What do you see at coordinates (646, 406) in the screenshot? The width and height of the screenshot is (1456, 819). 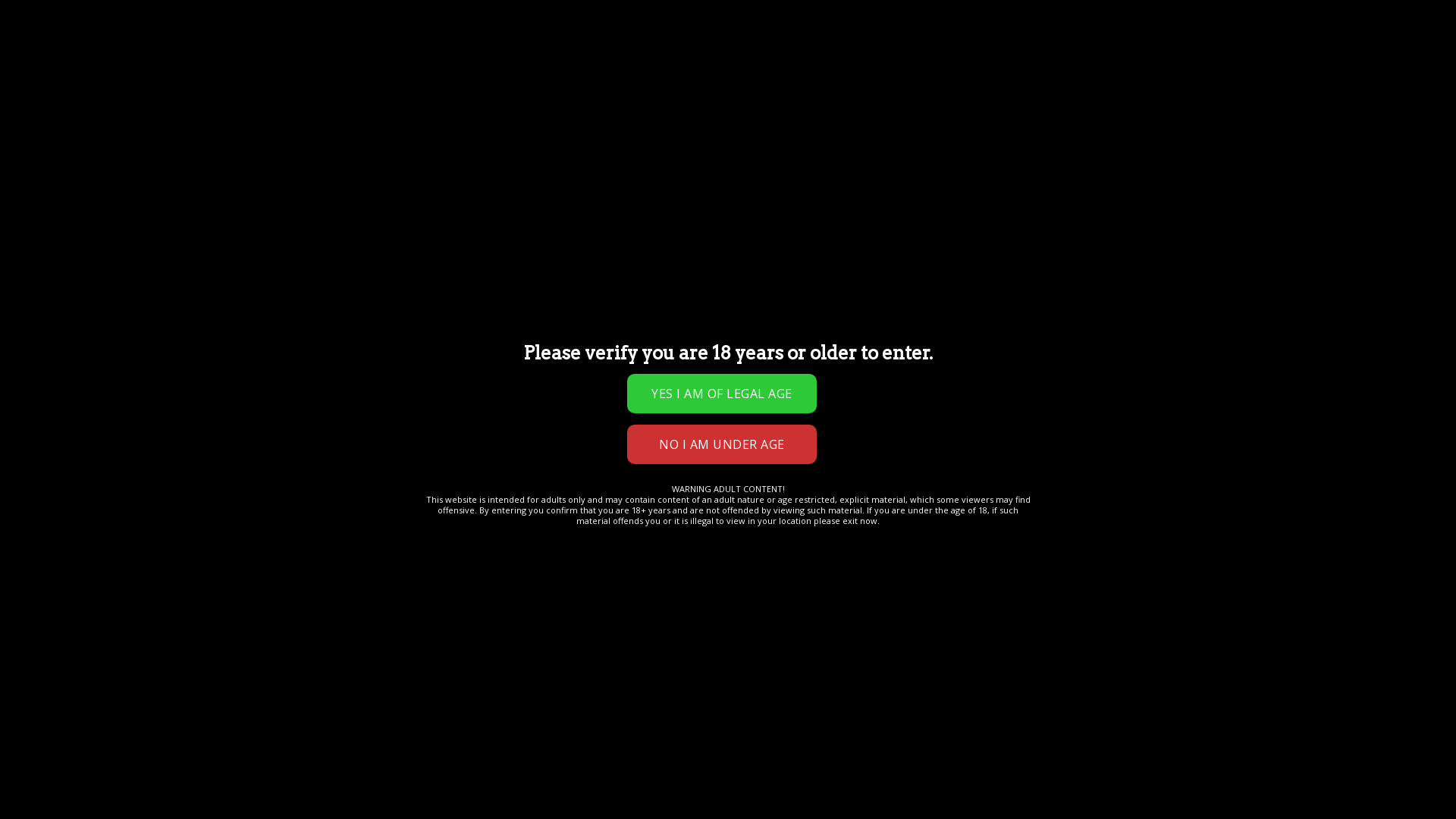 I see `'Share on LinkedIn'` at bounding box center [646, 406].